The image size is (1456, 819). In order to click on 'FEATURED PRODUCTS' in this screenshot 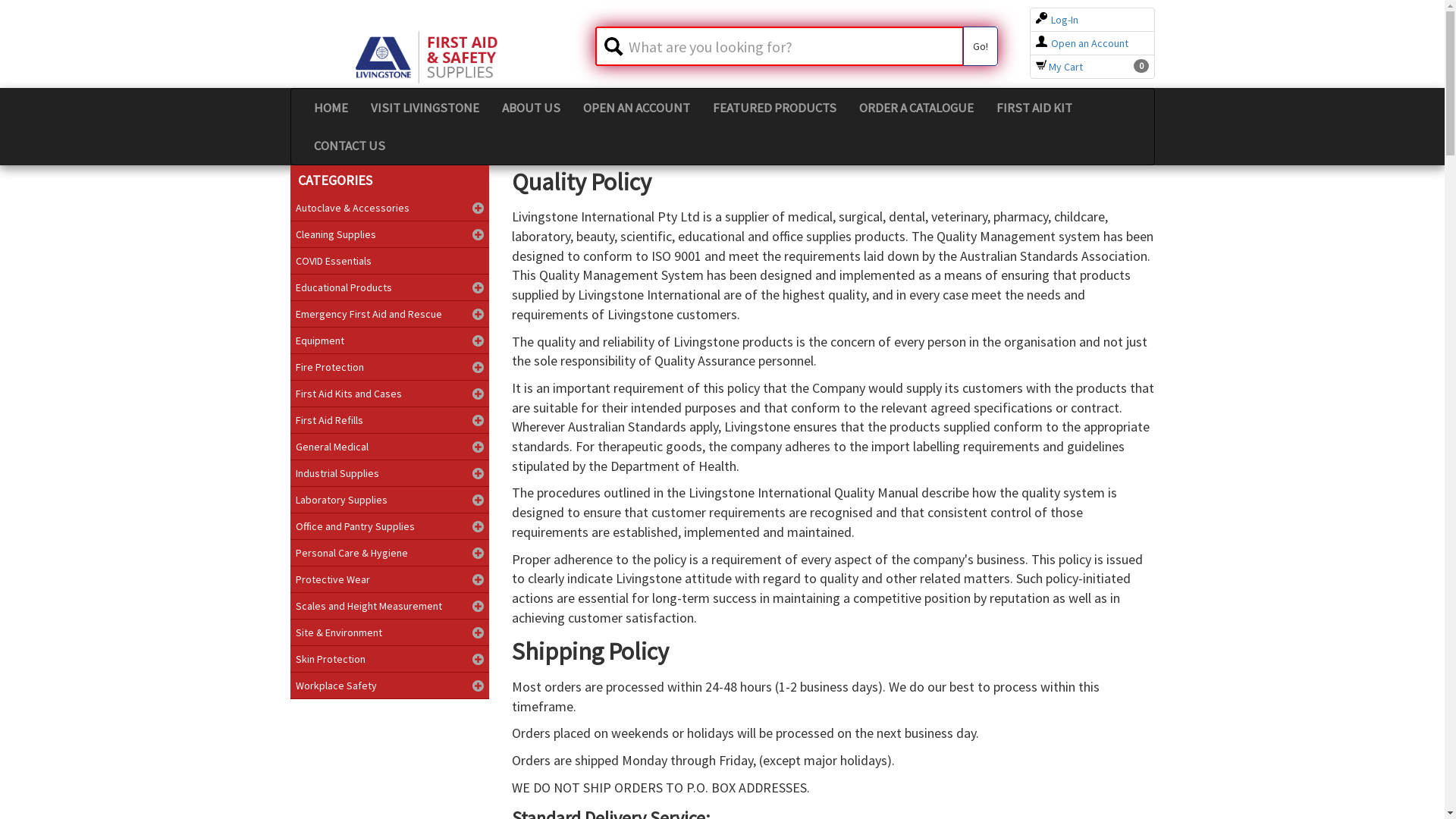, I will do `click(773, 107)`.